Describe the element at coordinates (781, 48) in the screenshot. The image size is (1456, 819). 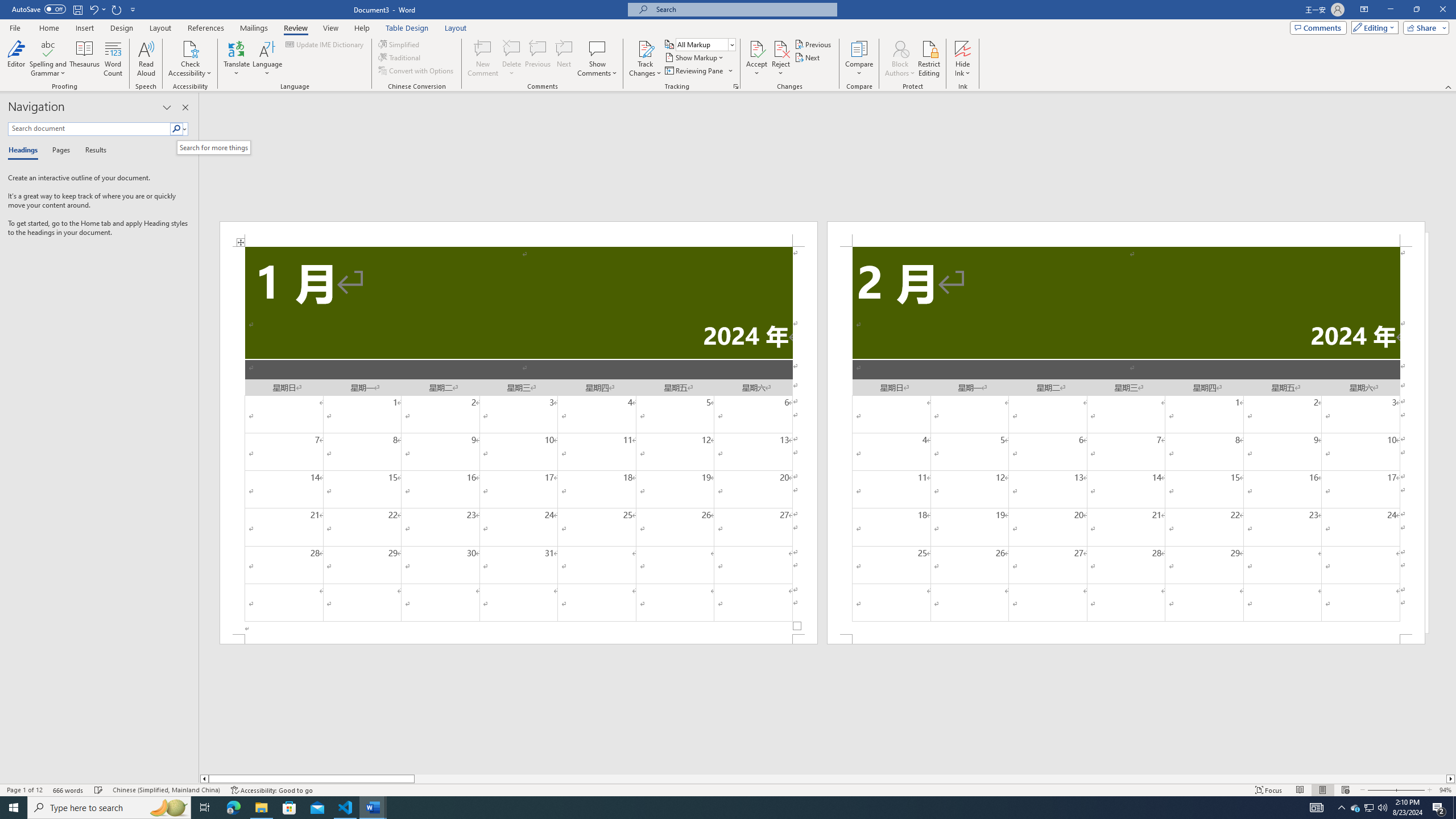
I see `'Reject and Move to Next'` at that location.